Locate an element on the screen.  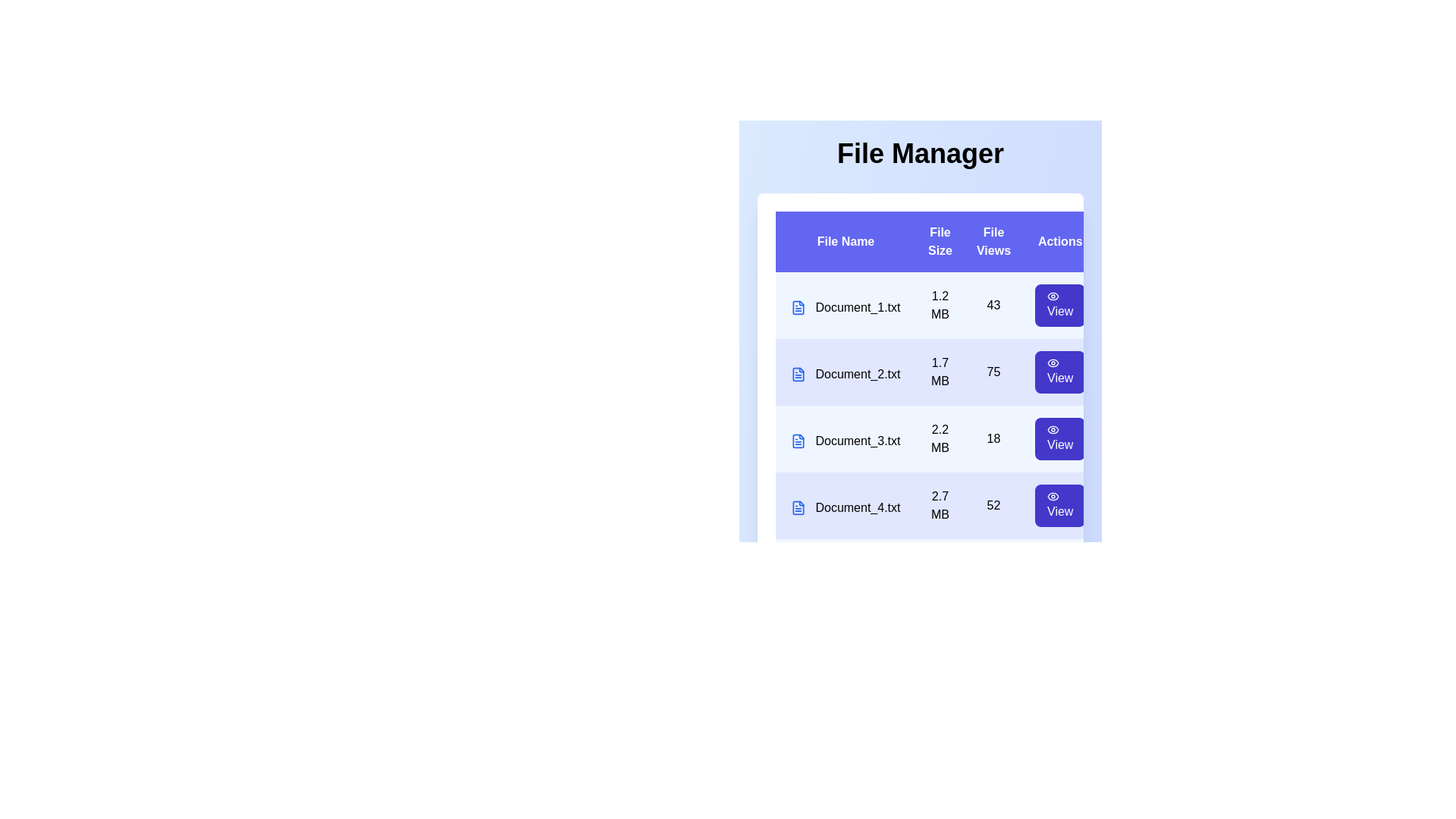
the 'View' button for the file with name Document_4.txt is located at coordinates (1059, 506).